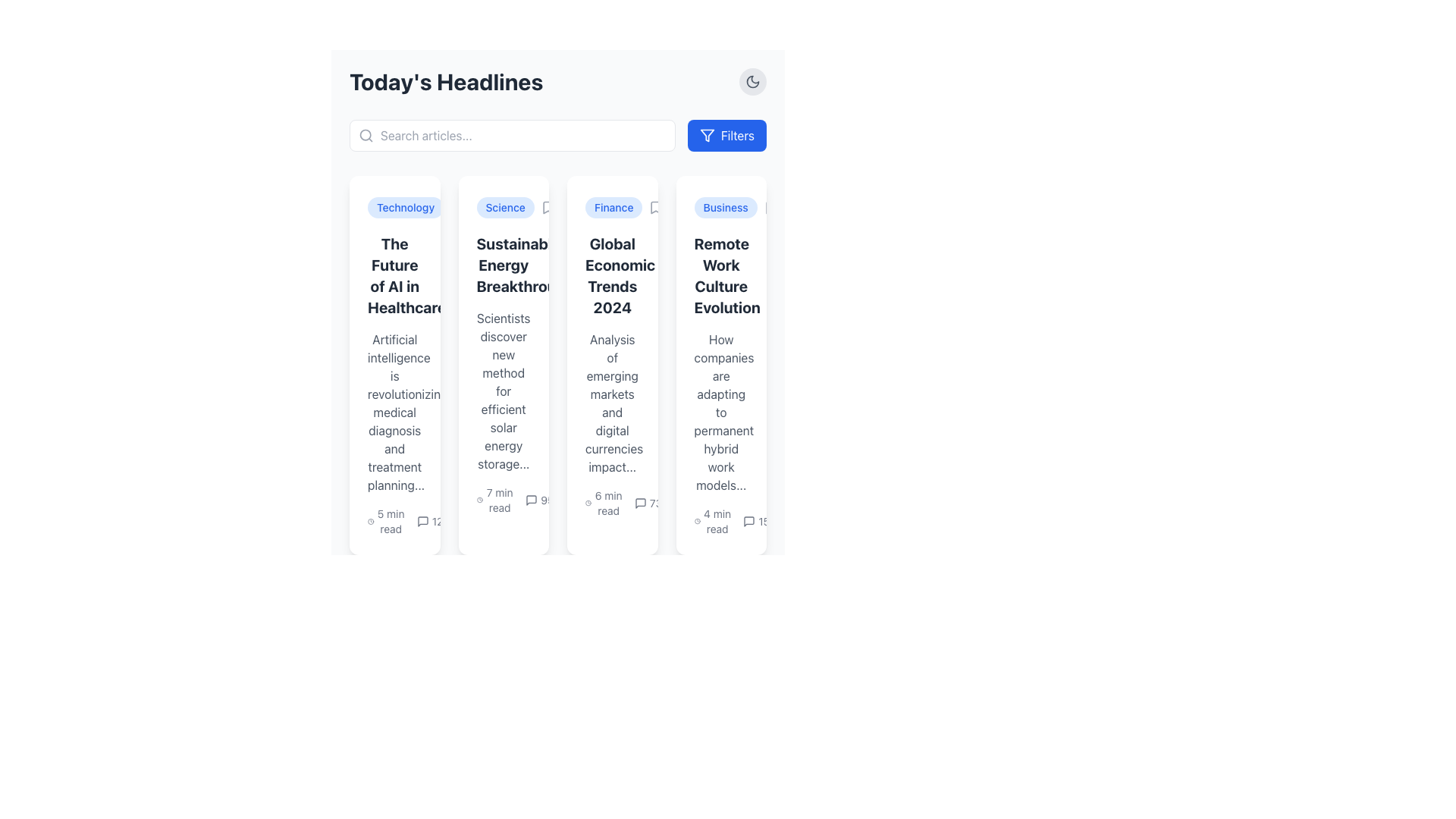  I want to click on 'Technology' category label located at the top of the first column, above the article titled 'The Future of AI in Healthcare', so click(406, 207).